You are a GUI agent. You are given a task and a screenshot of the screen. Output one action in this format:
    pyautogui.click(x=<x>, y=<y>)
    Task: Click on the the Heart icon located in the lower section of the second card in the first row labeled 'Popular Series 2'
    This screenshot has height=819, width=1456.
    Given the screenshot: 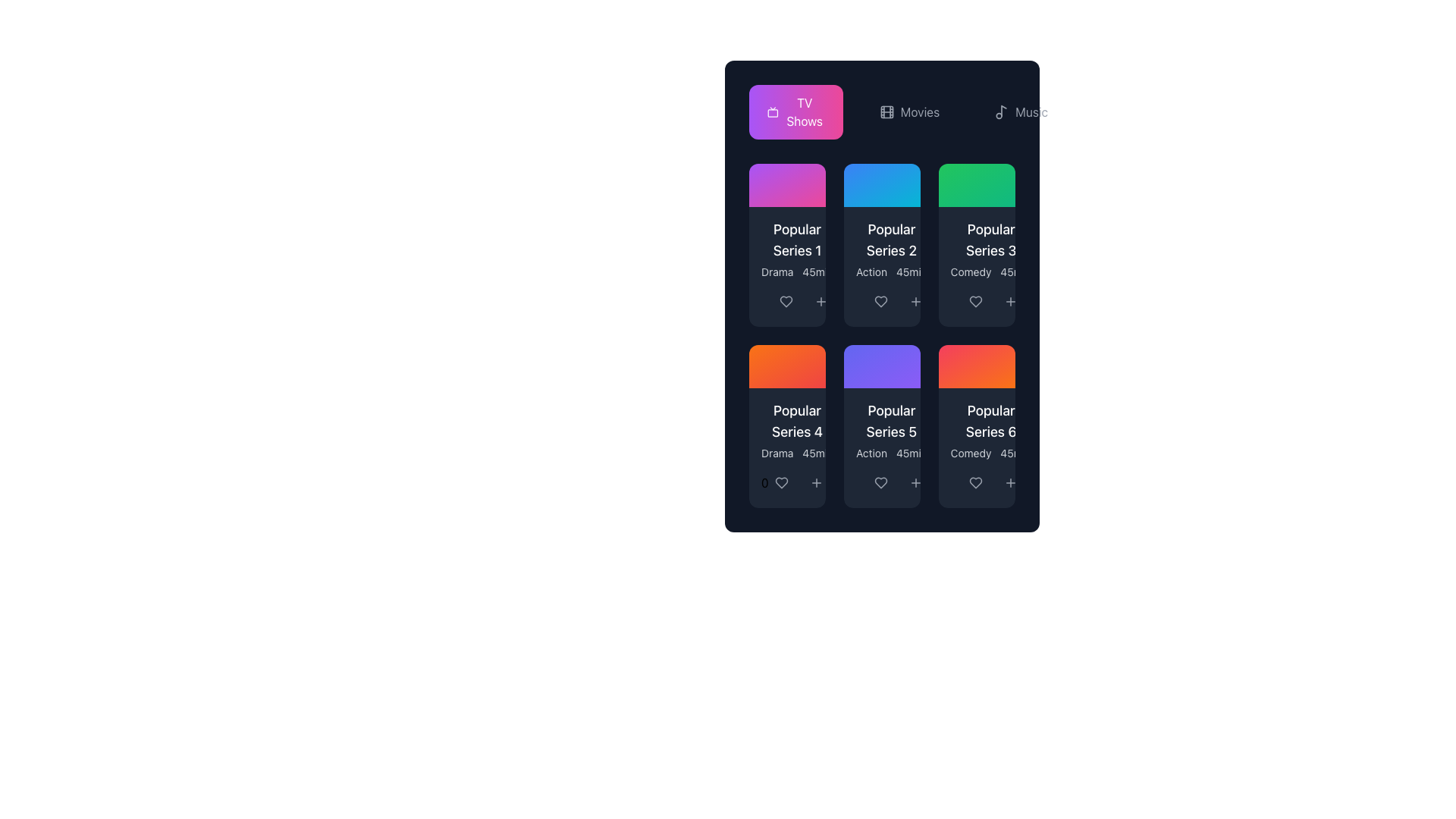 What is the action you would take?
    pyautogui.click(x=880, y=301)
    